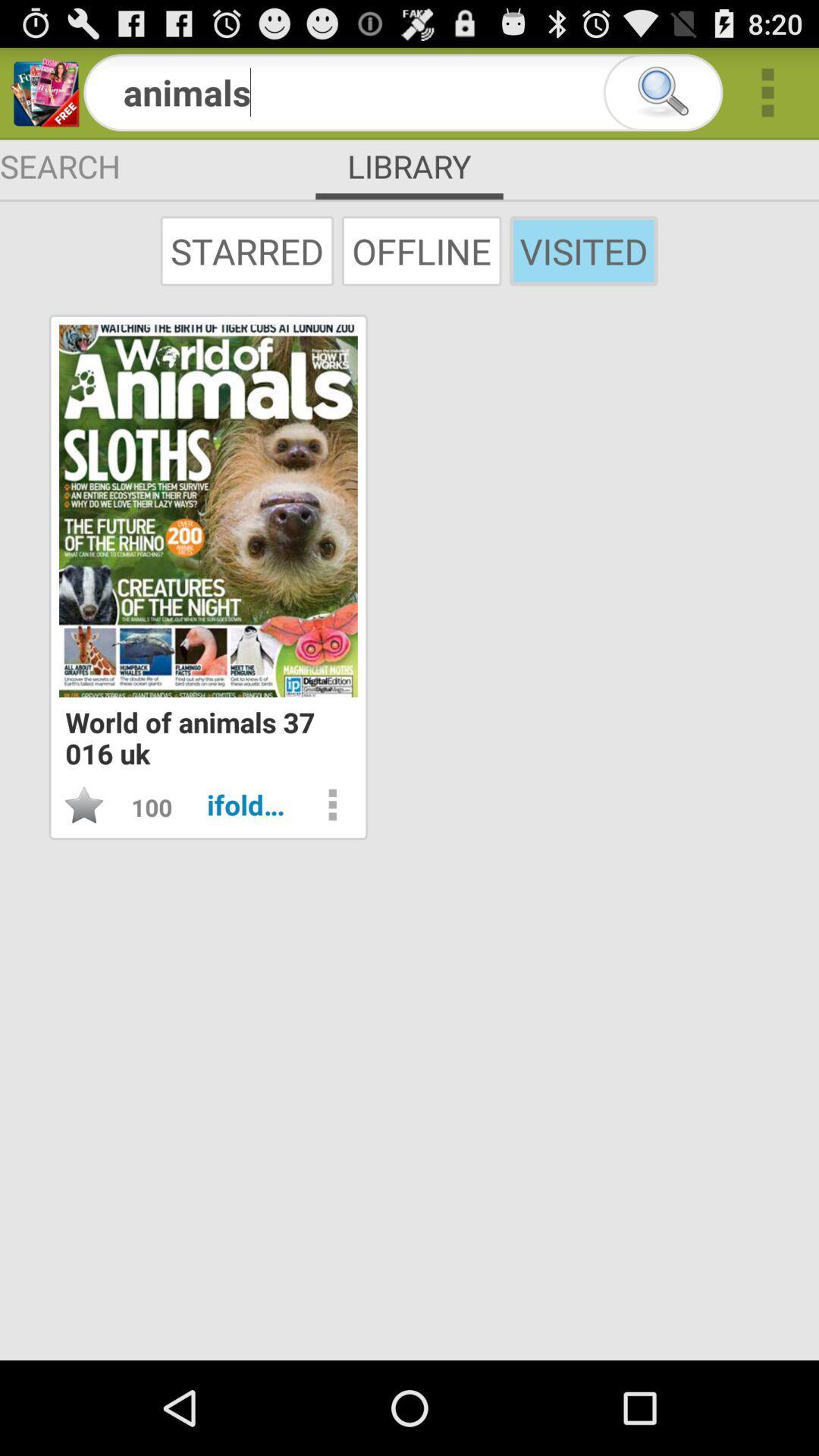 The image size is (819, 1456). Describe the element at coordinates (331, 804) in the screenshot. I see `settings` at that location.